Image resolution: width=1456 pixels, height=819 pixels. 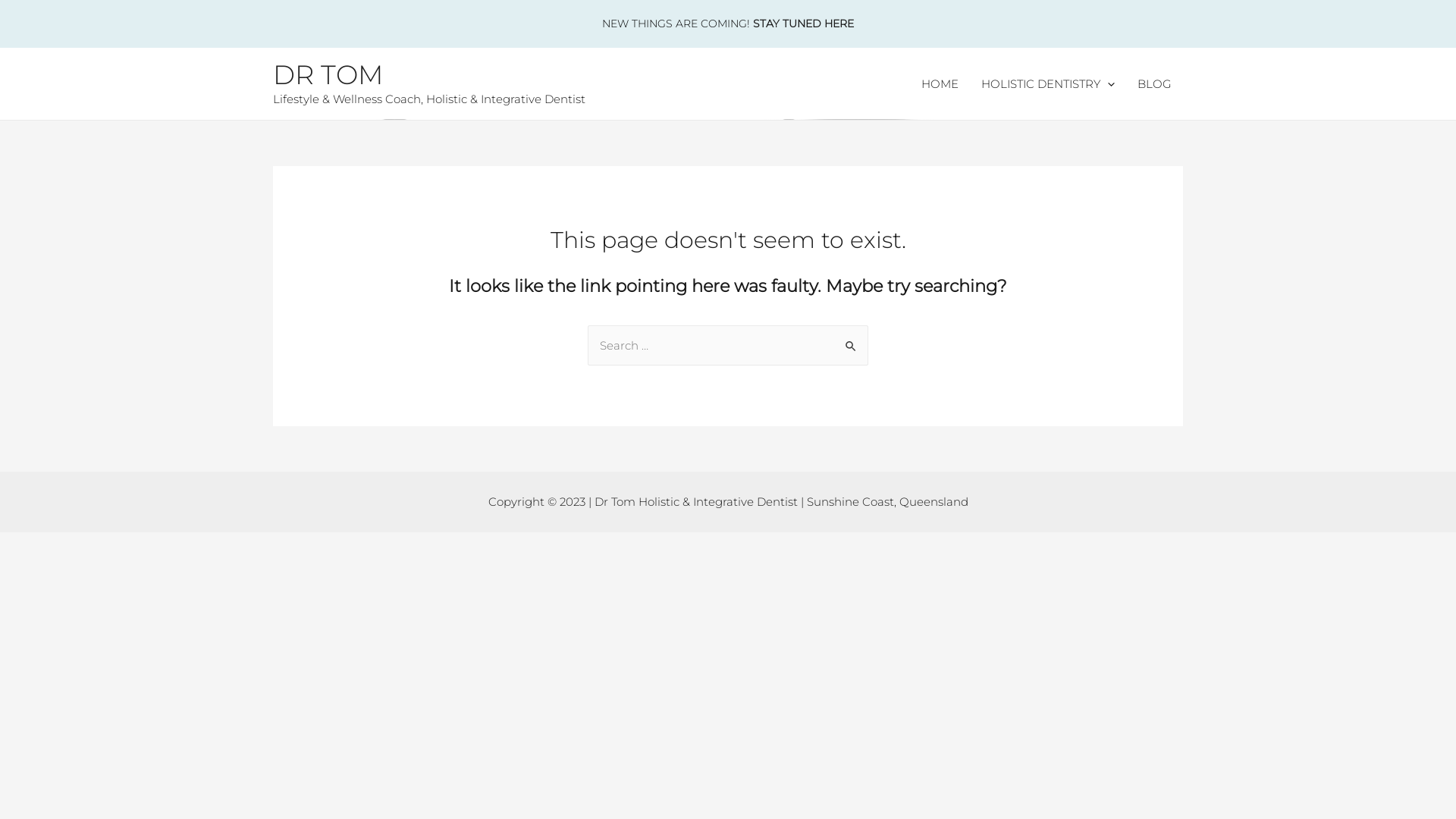 I want to click on 'HOLISTIC DENTISTRY', so click(x=1047, y=84).